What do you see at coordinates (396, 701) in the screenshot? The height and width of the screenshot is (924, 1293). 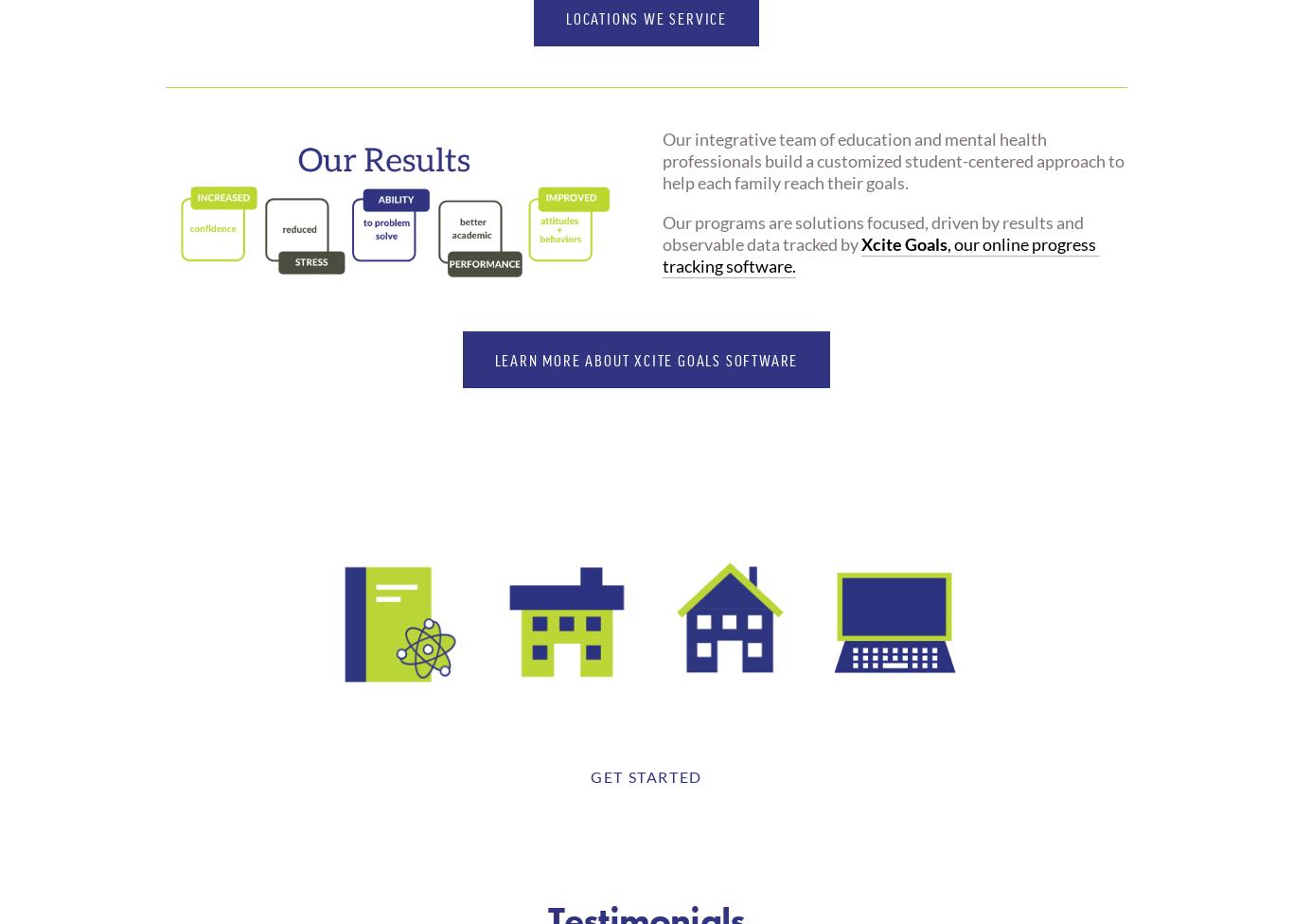 I see `'SCHOOL'` at bounding box center [396, 701].